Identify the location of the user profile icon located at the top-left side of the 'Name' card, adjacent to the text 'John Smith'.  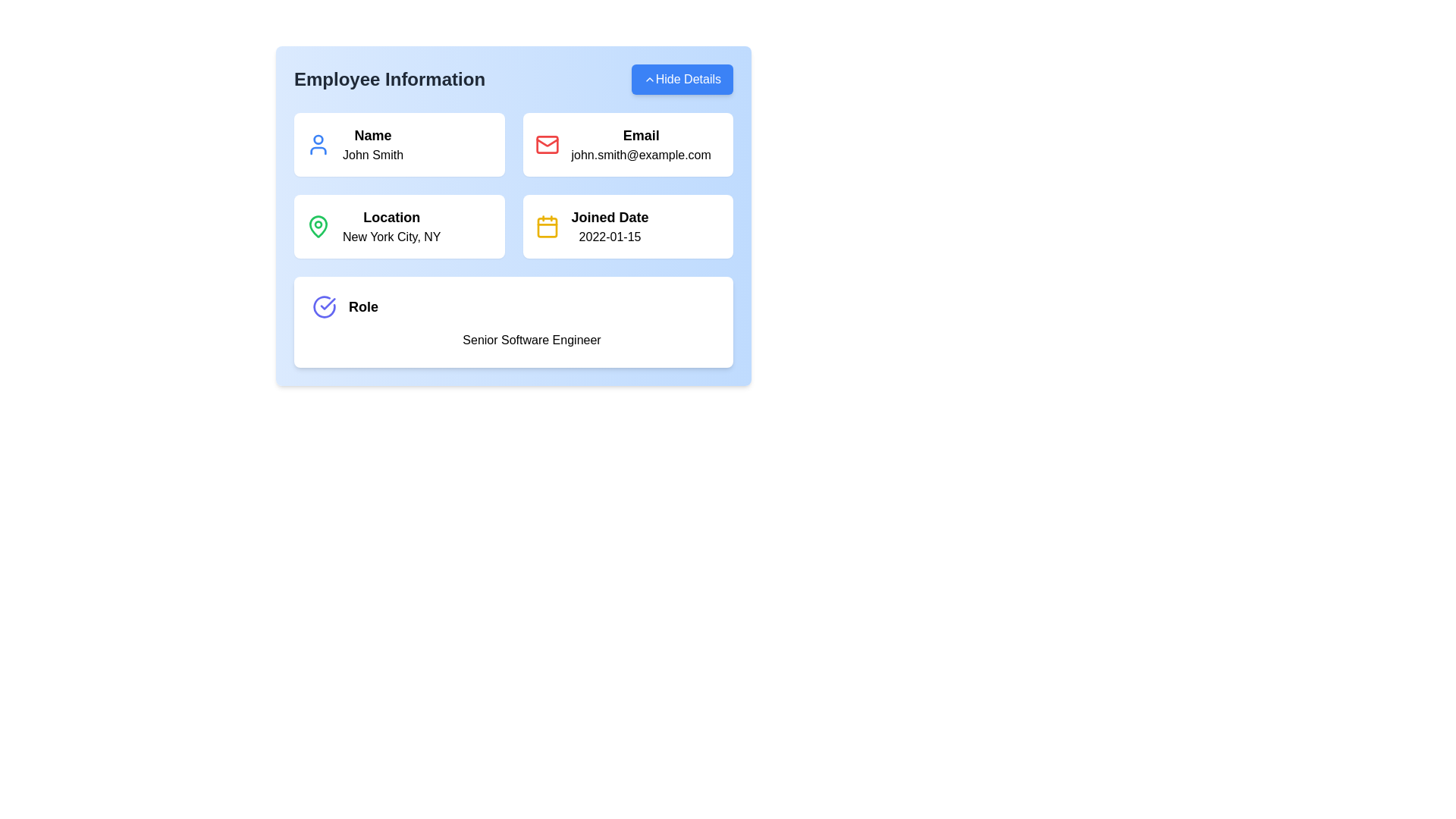
(318, 145).